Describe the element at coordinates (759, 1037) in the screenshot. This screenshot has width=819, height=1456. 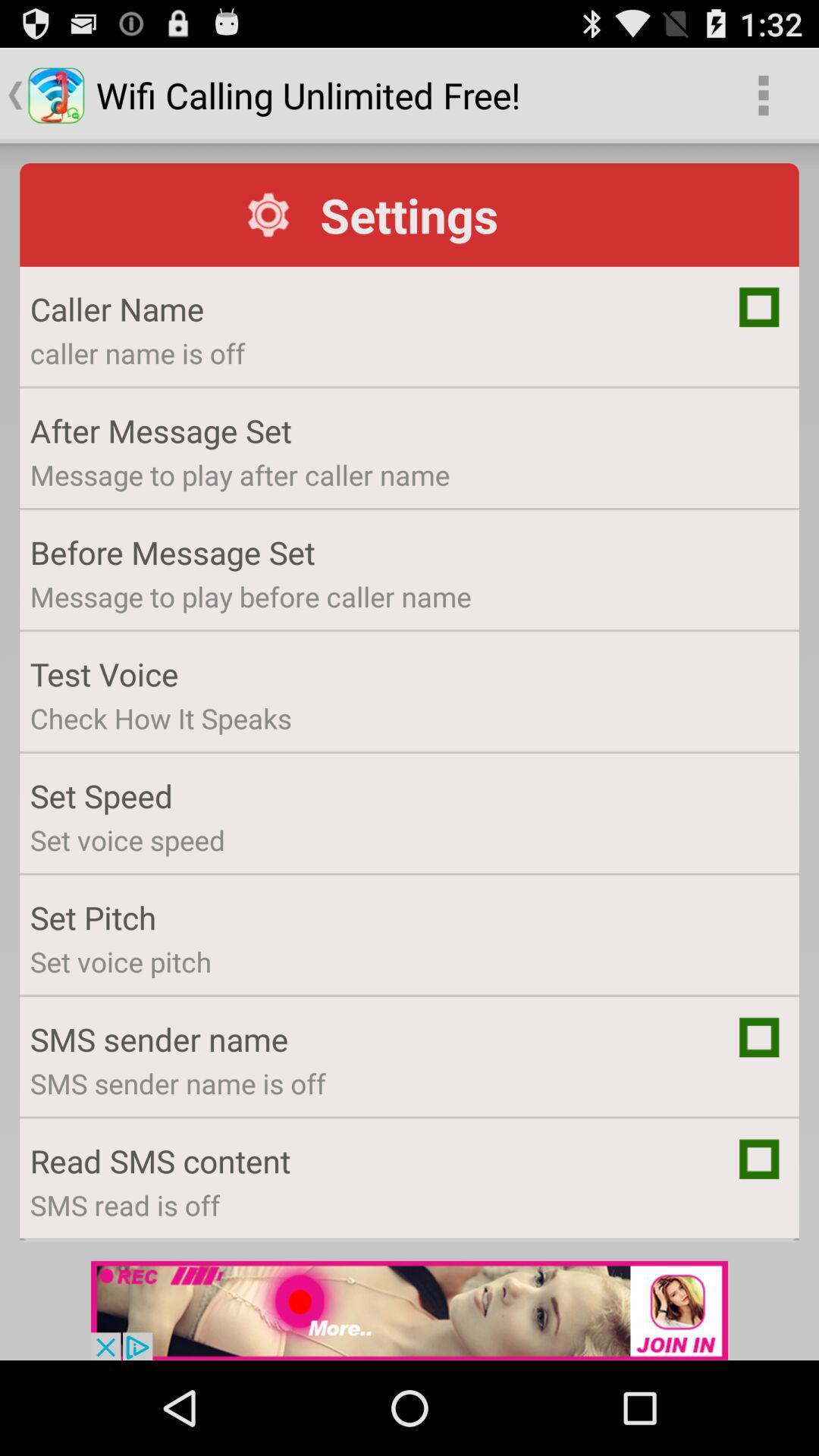
I see `check the box` at that location.